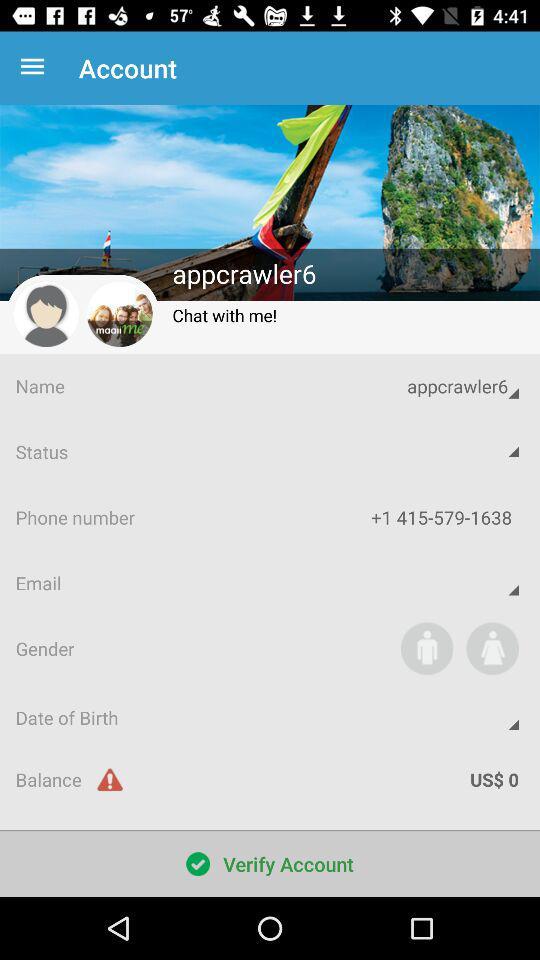 The width and height of the screenshot is (540, 960). What do you see at coordinates (426, 647) in the screenshot?
I see `the item to the right of the gender` at bounding box center [426, 647].